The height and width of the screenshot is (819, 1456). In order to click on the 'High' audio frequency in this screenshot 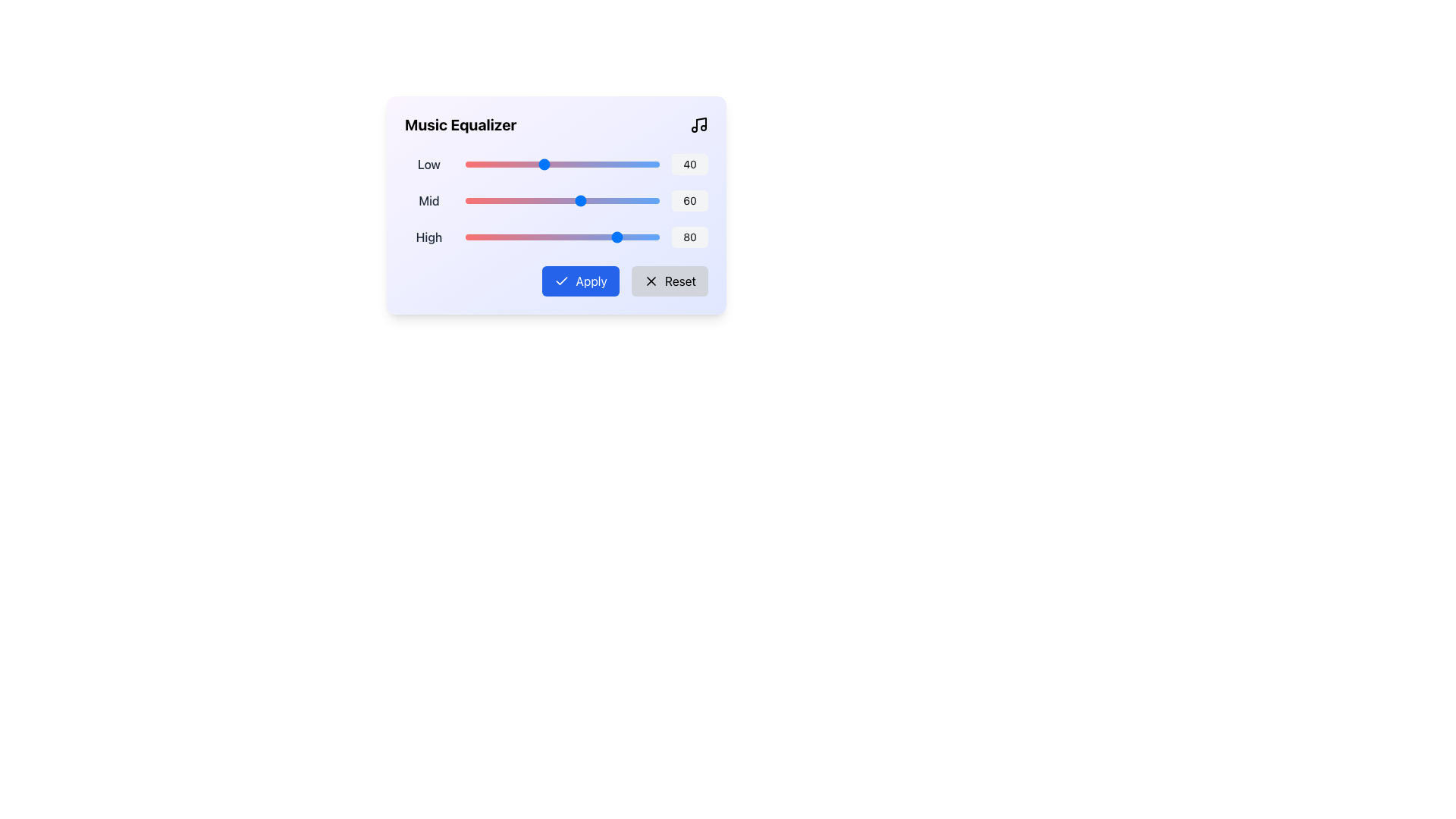, I will do `click(533, 237)`.